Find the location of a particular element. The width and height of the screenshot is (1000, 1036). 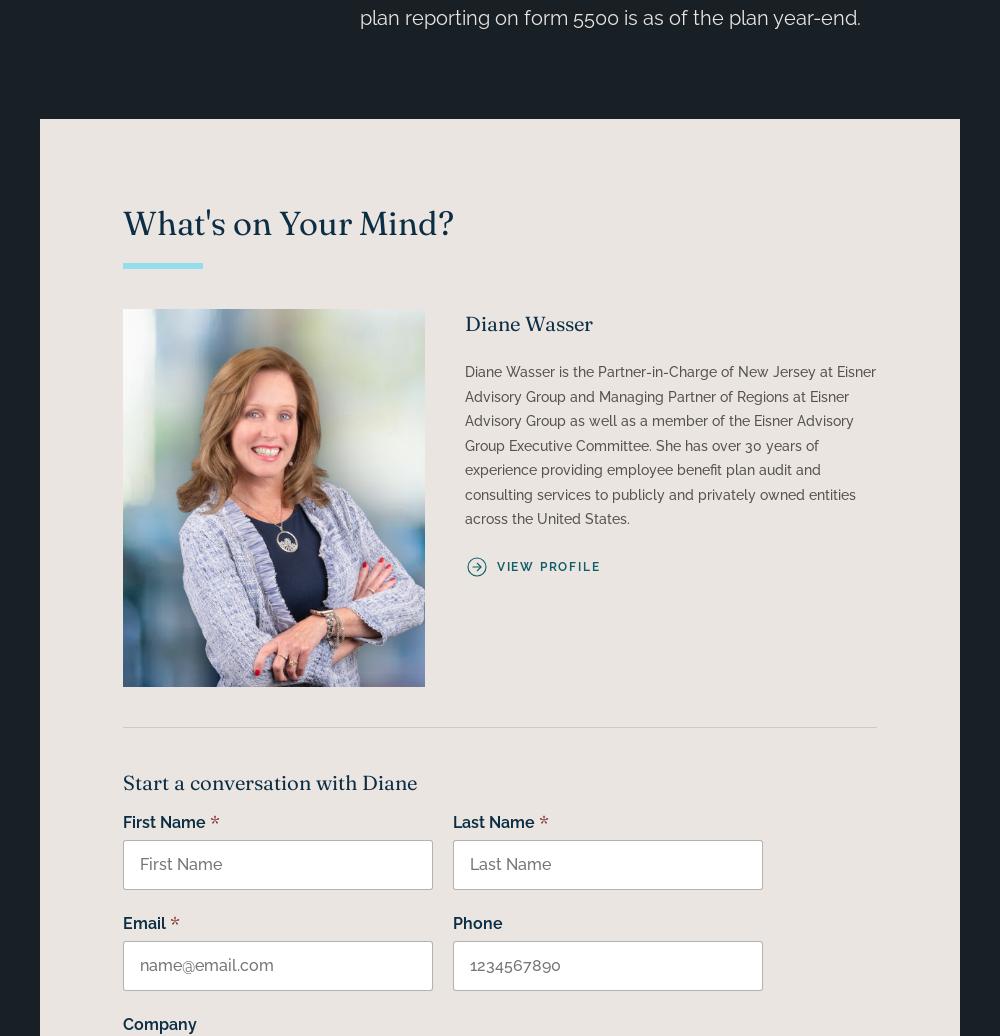

'Diane Wasser is the Partner-in-Charge of New Jersey at Eisner Advisory Group and Managing Partner of Regions at Eisner Advisory Group as well as a member of the Eisner Advisory Group Executive Committee.  She has over 30 years of experience providing employee benefit plan audit and consulting services to publicly and privately owned entities across the United States.' is located at coordinates (669, 445).